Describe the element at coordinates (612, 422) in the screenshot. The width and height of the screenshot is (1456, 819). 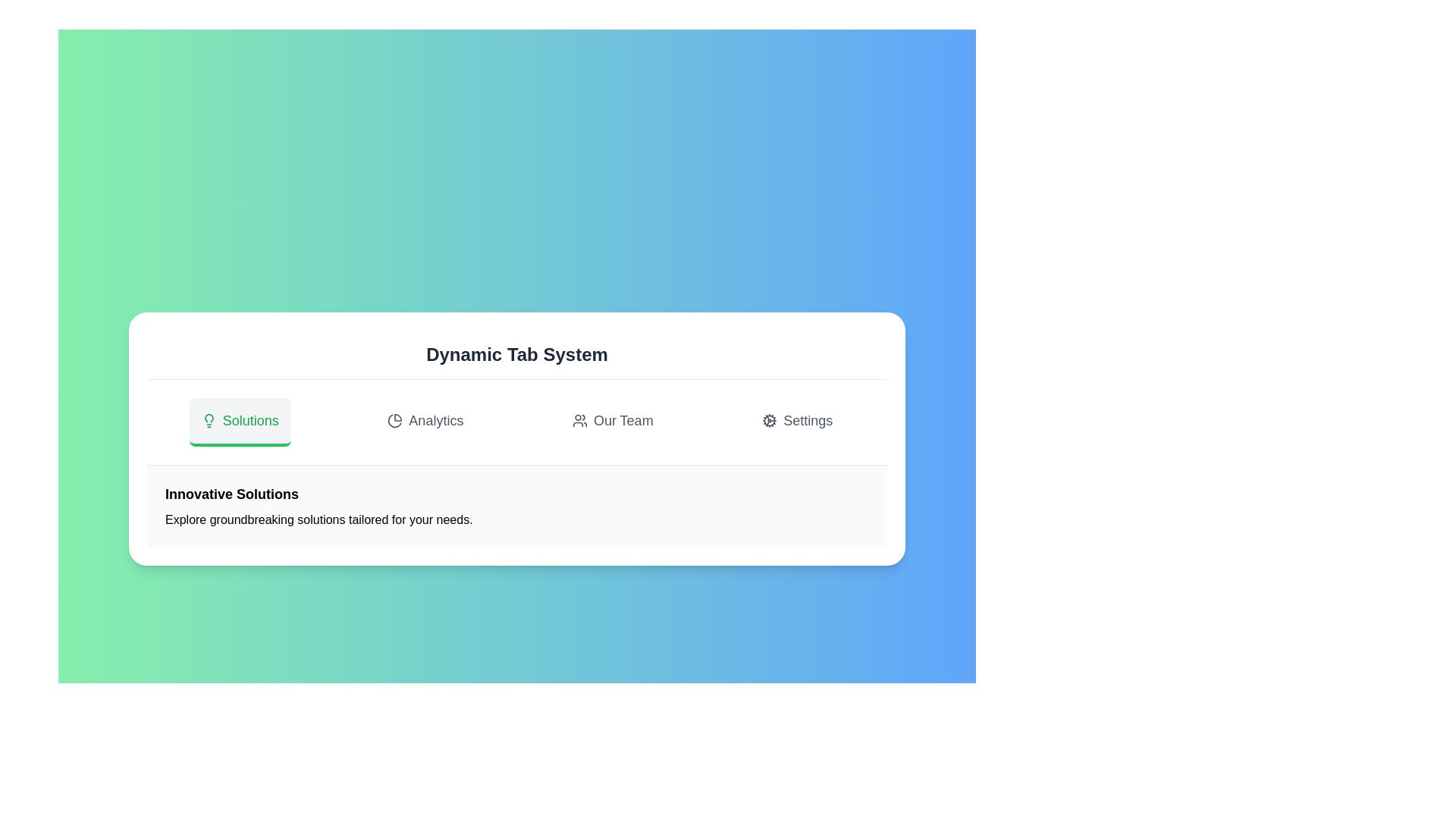
I see `the Navigation Tab located between the 'Analytics' and 'Settings' items in the navigation bar` at that location.